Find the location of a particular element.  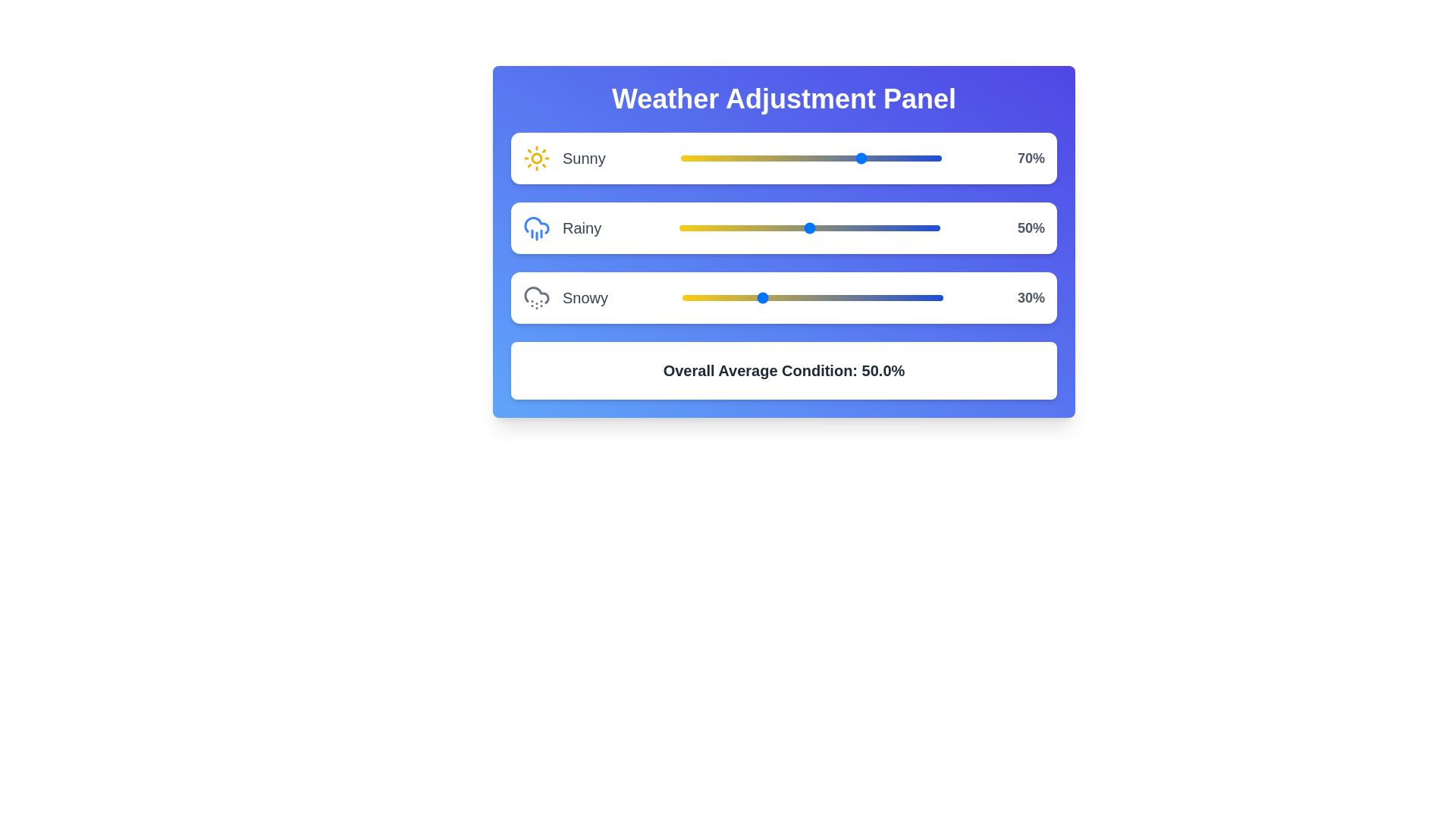

the snowy condition percentage is located at coordinates (758, 298).